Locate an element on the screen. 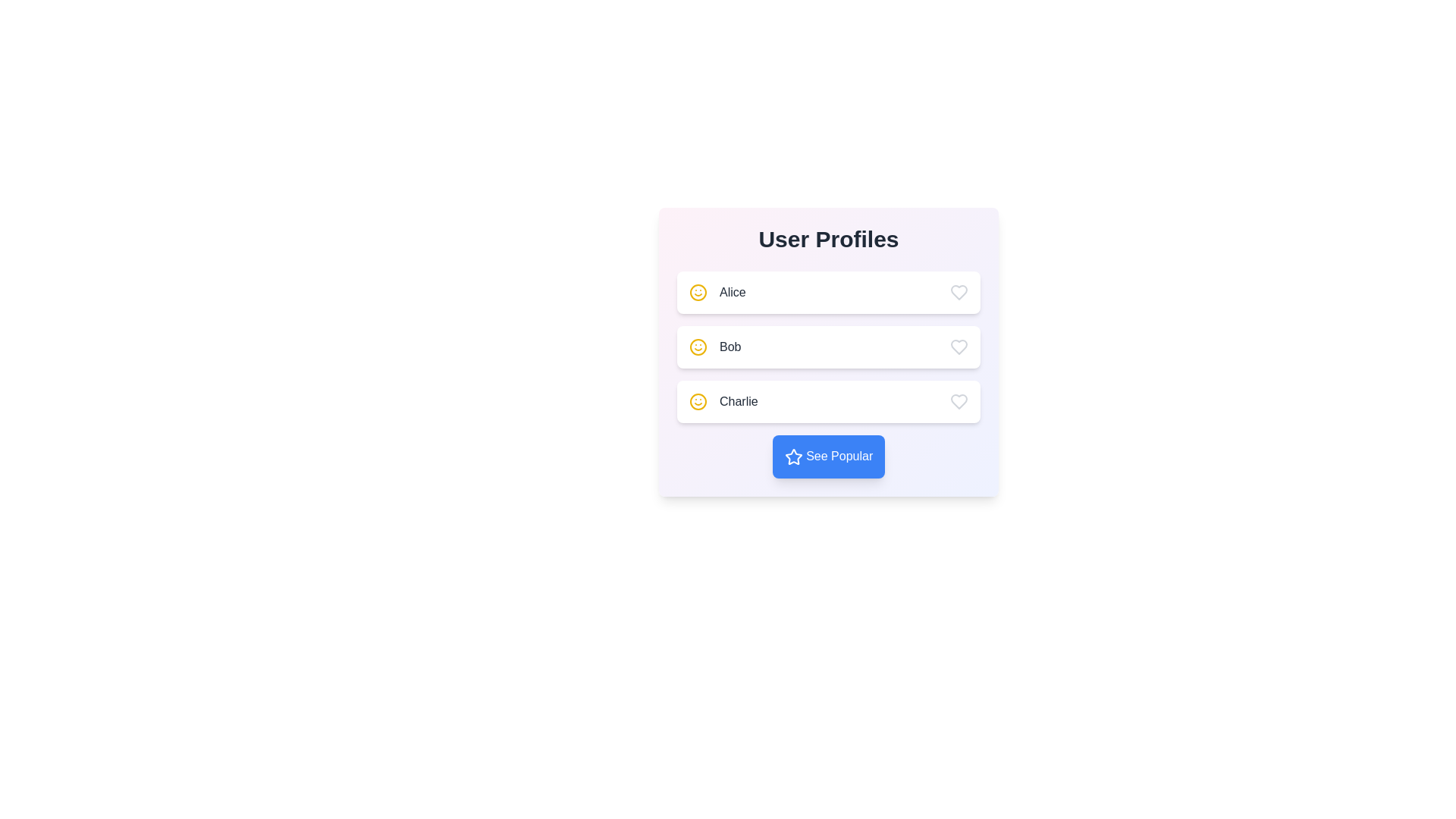 Image resolution: width=1456 pixels, height=819 pixels. the text label displaying the name 'Charlie' in the third row of the profile list is located at coordinates (739, 400).